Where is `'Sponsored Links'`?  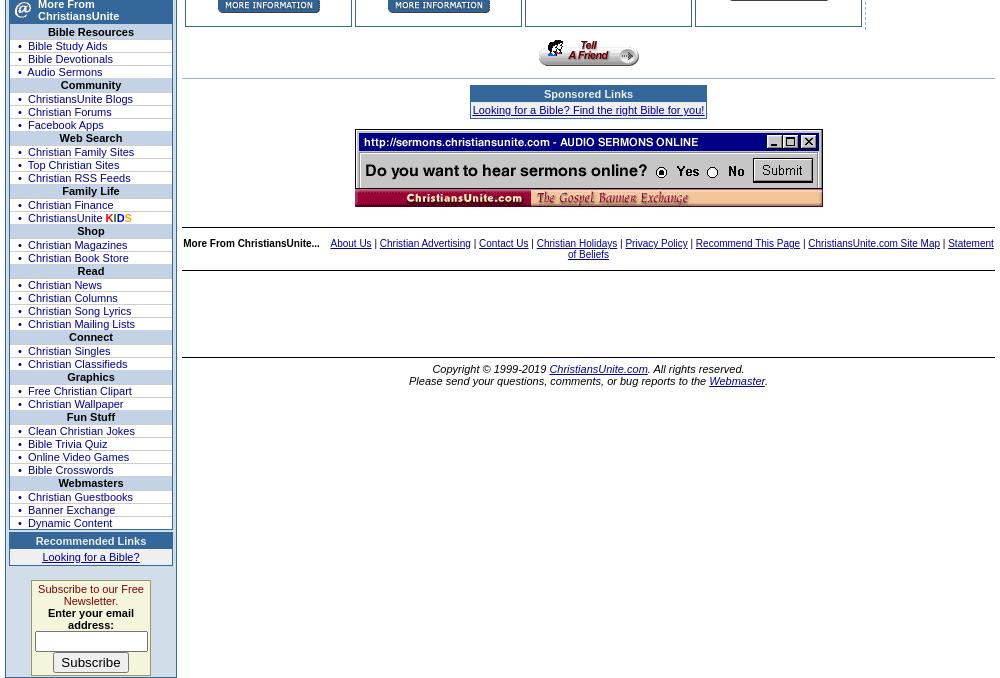
'Sponsored Links' is located at coordinates (587, 93).